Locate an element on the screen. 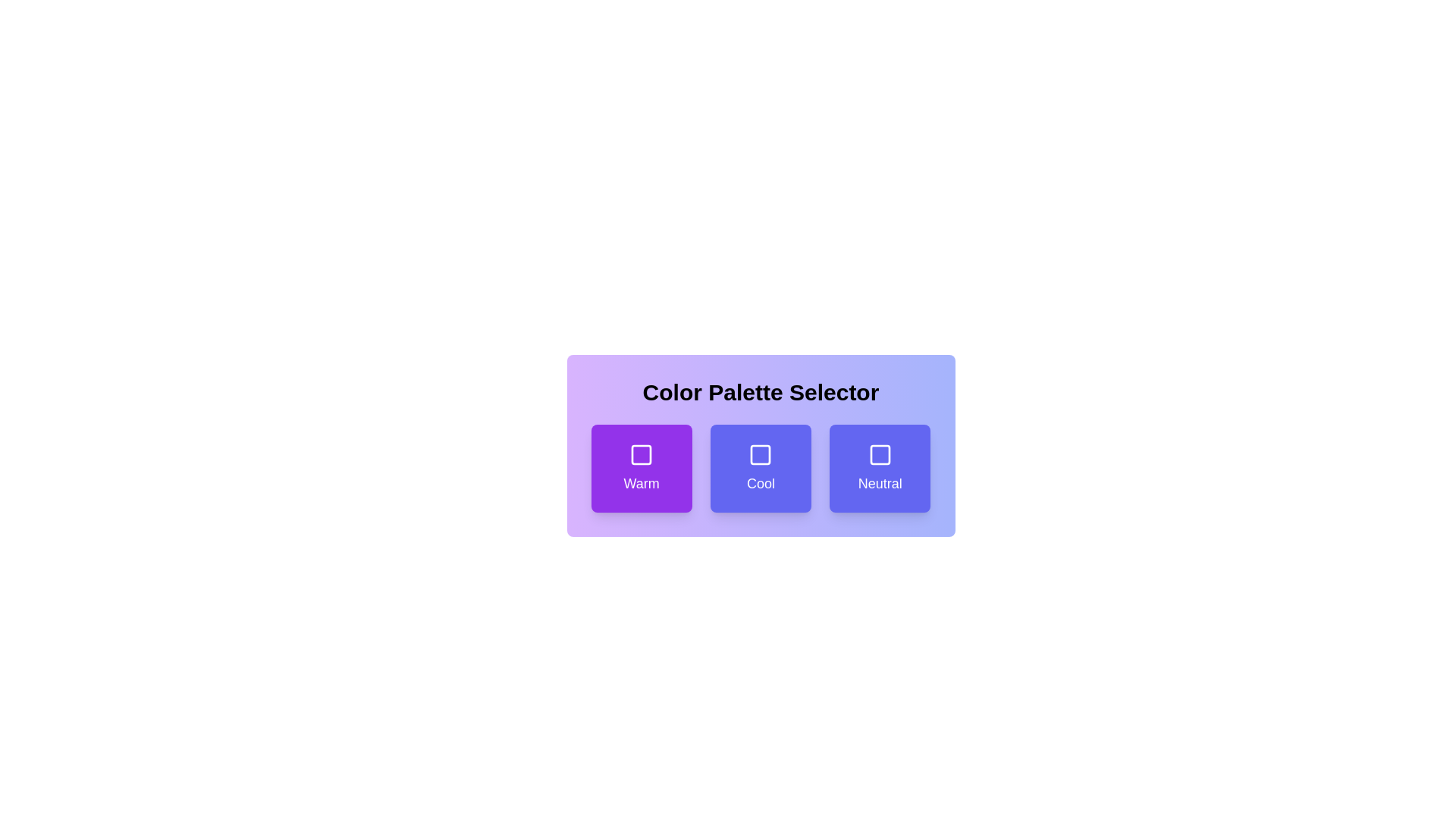  the Warm button to activate it is located at coordinates (641, 467).